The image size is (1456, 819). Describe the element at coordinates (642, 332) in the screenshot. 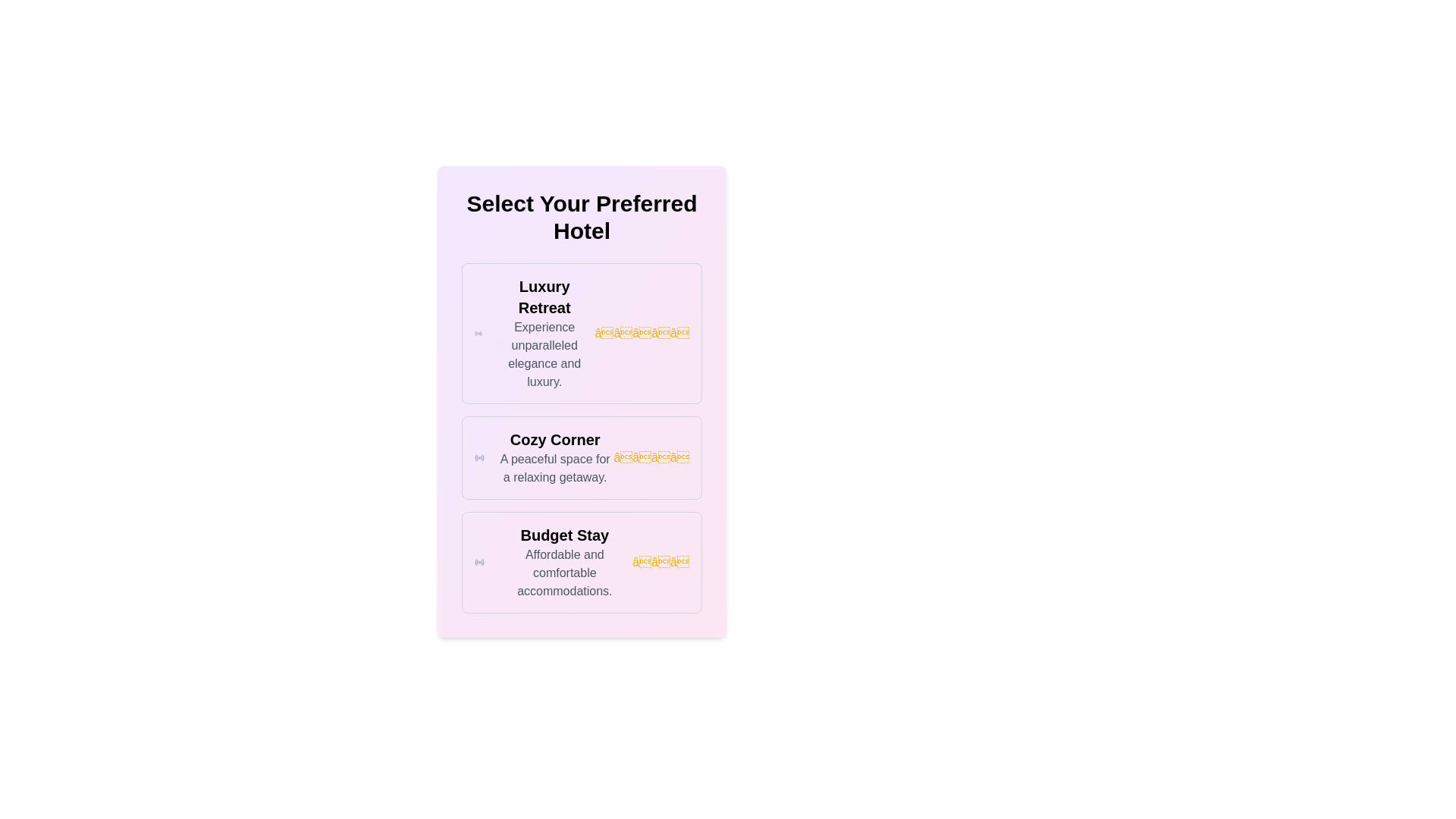

I see `the Rating Display (Text-based Stars) for the 'Luxury Retreat' option` at that location.